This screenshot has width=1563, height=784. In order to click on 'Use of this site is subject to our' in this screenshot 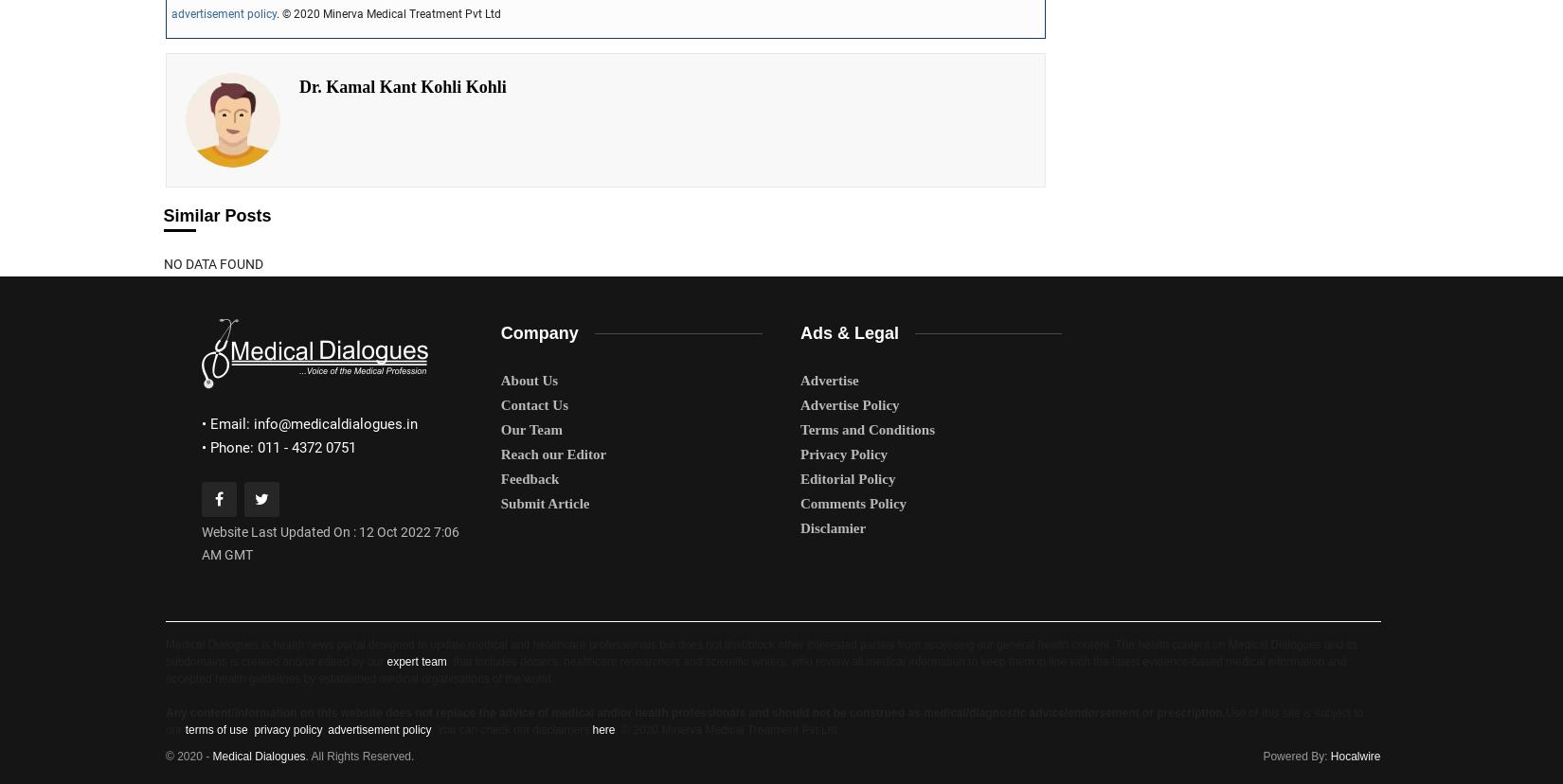, I will do `click(764, 721)`.